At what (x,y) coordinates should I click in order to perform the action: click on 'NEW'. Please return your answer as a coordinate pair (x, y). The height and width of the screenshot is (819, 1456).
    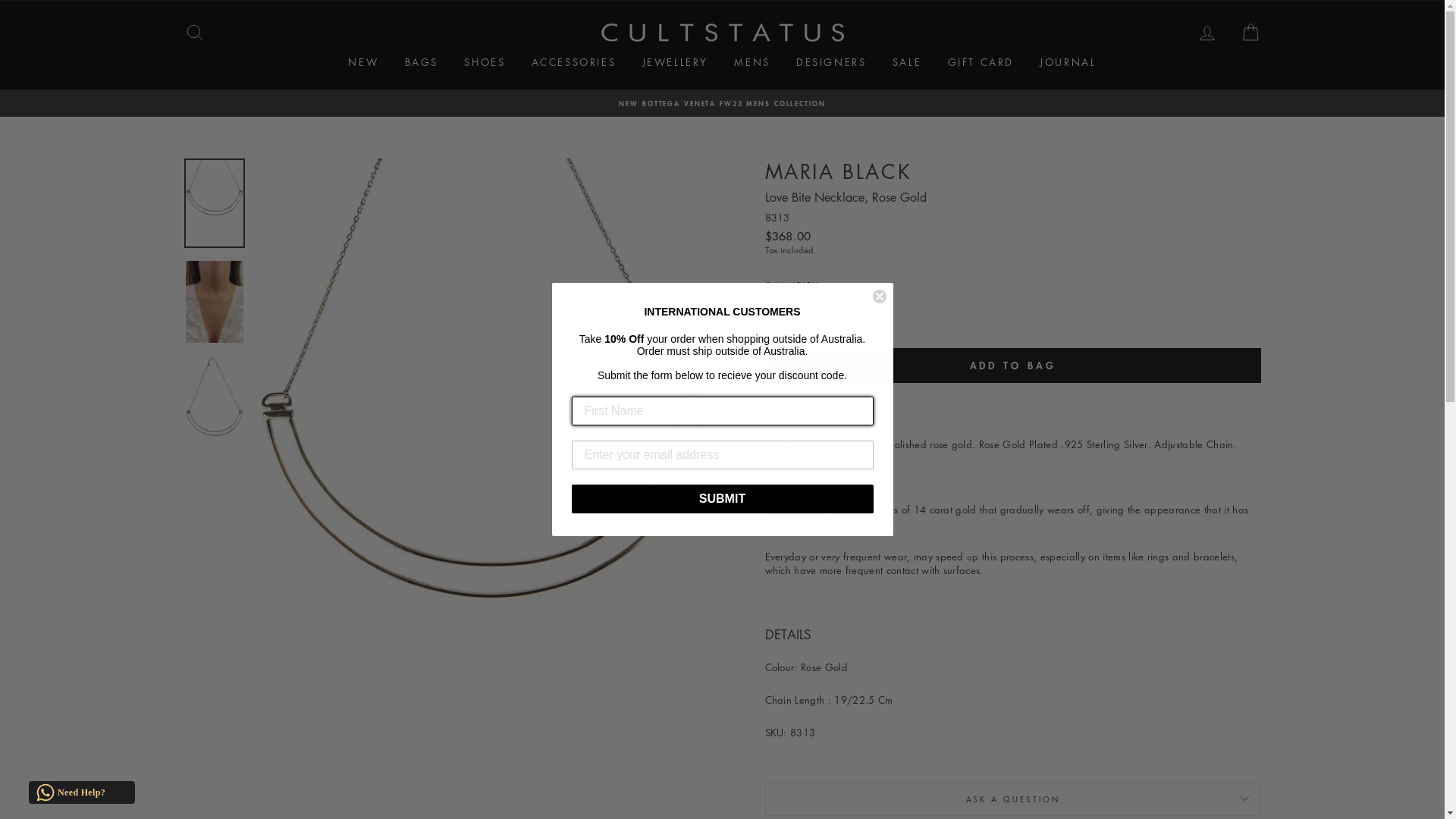
    Looking at the image, I should click on (362, 61).